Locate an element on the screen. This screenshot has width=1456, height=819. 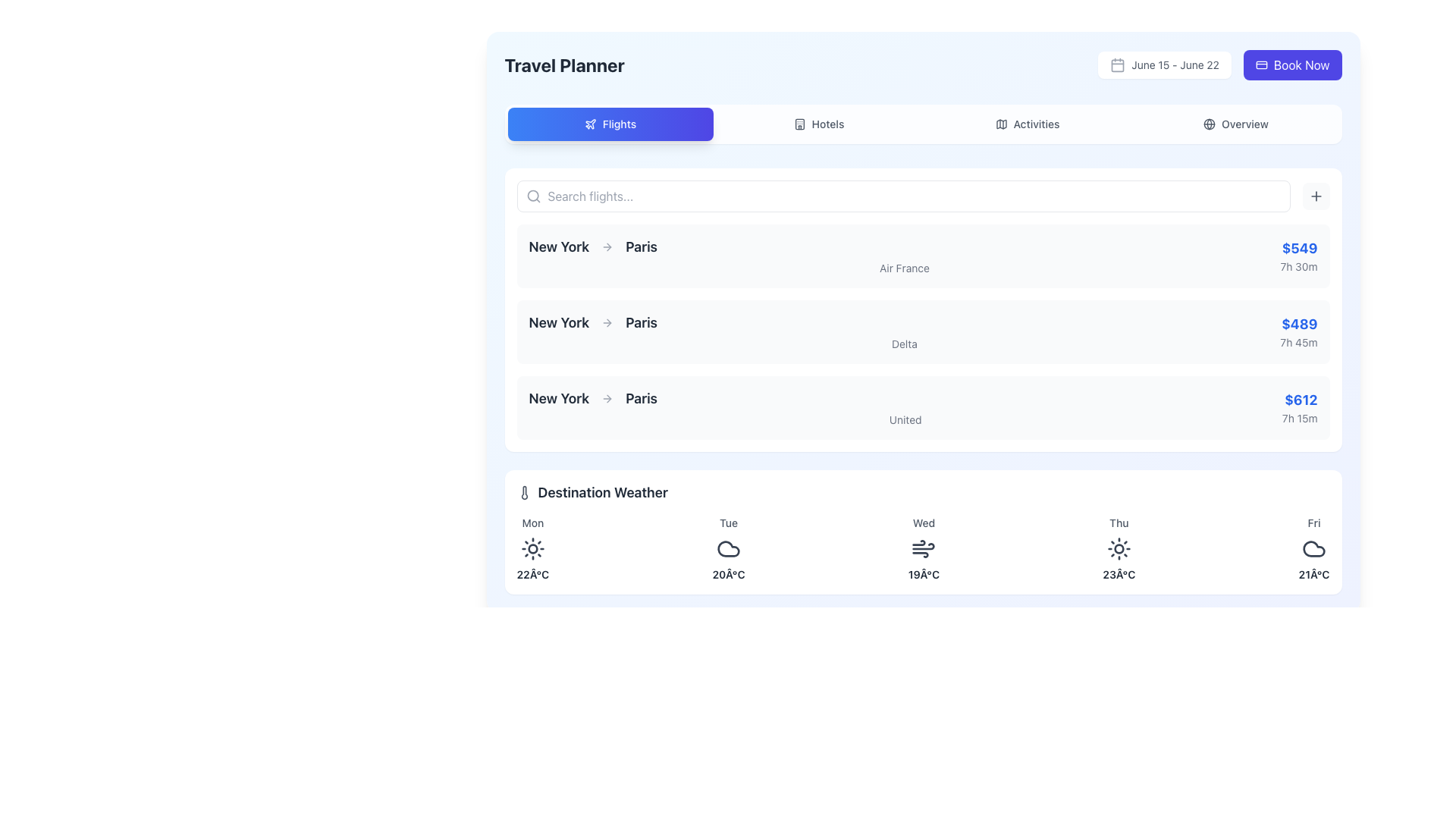
the textual information block that details the flight from New York to Paris, provided by United Airlines, located in the bottom-right corner of the third card is located at coordinates (1299, 406).